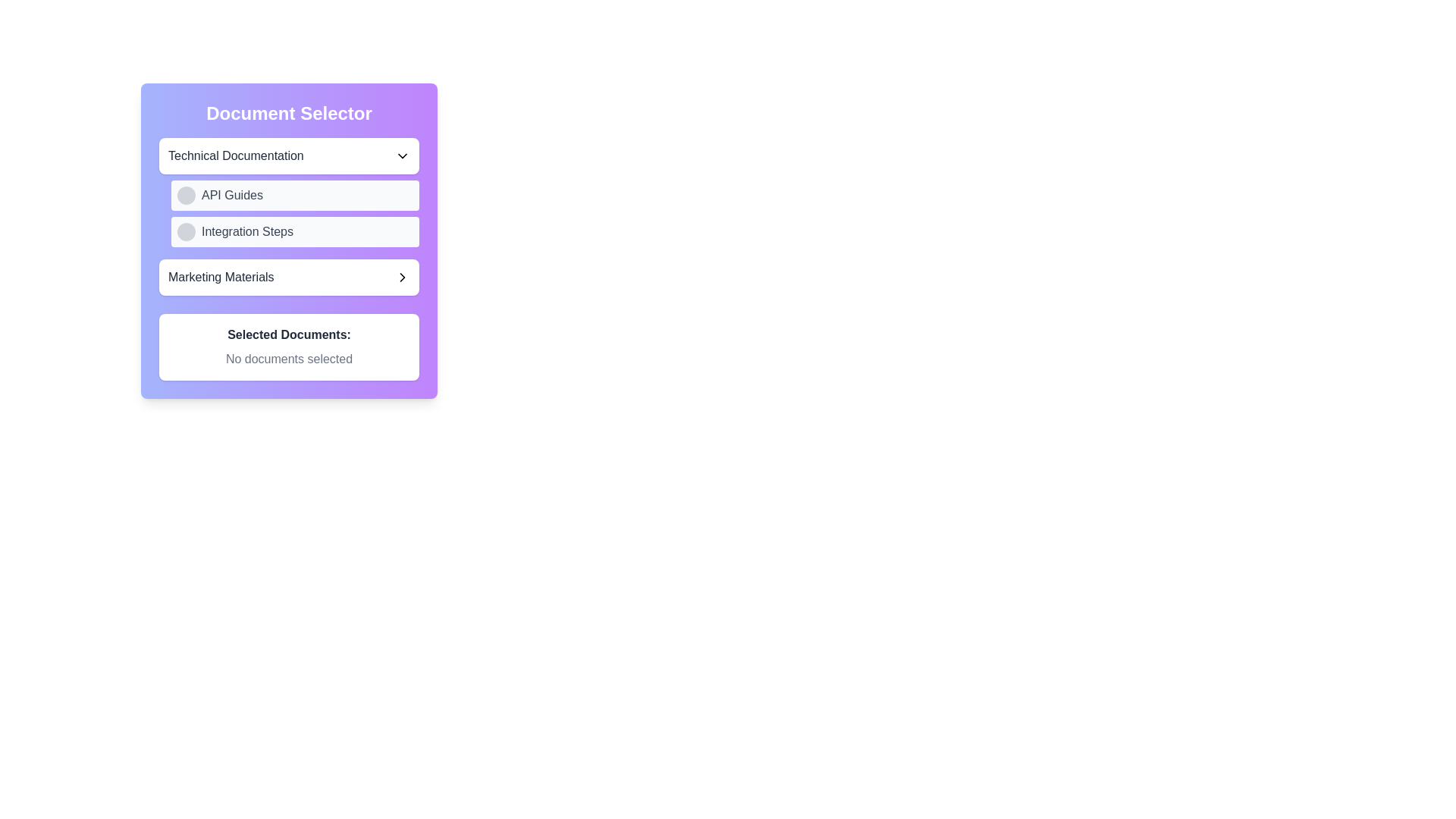 This screenshot has width=1456, height=819. What do you see at coordinates (403, 155) in the screenshot?
I see `the downward-pointing chevron icon located on the right side of the 'Technical Documentation' label in the 'Document Selector' interface` at bounding box center [403, 155].